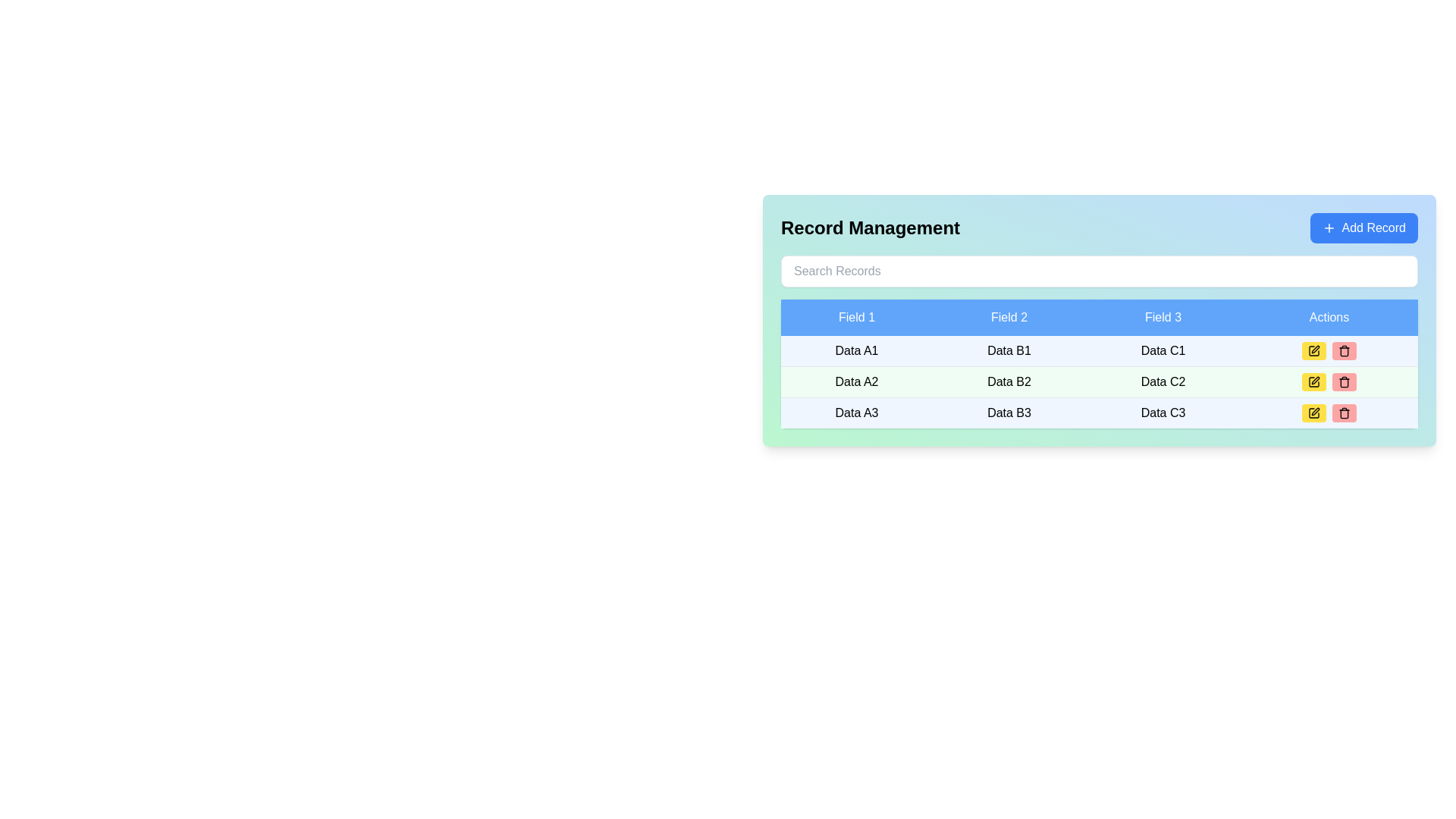 Image resolution: width=1456 pixels, height=819 pixels. Describe the element at coordinates (1344, 350) in the screenshot. I see `the trash icon in the 'Actions' column of the third row` at that location.